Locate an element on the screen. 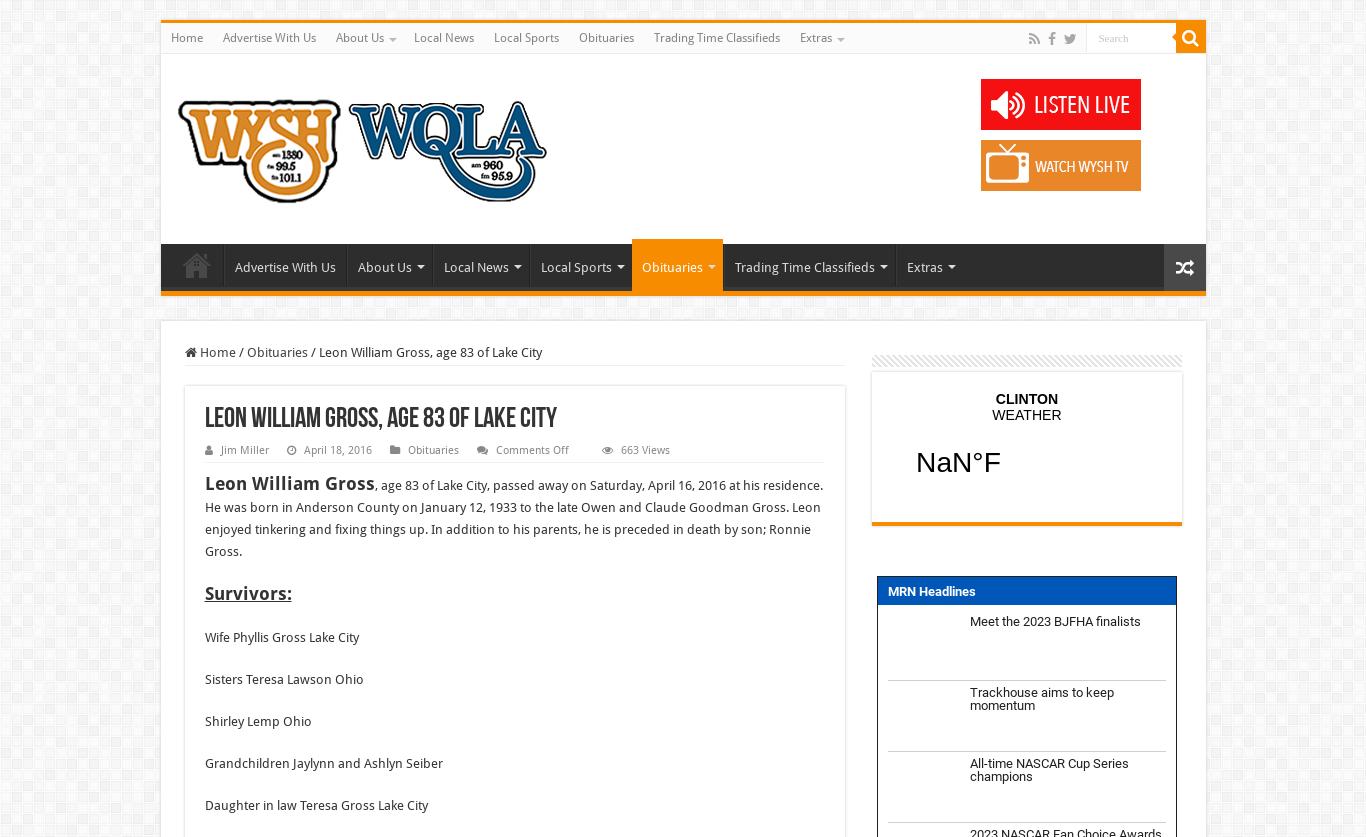 The height and width of the screenshot is (837, 1366). 'Grandchildren Jaylynn and Ashlyn Seiber' is located at coordinates (323, 762).